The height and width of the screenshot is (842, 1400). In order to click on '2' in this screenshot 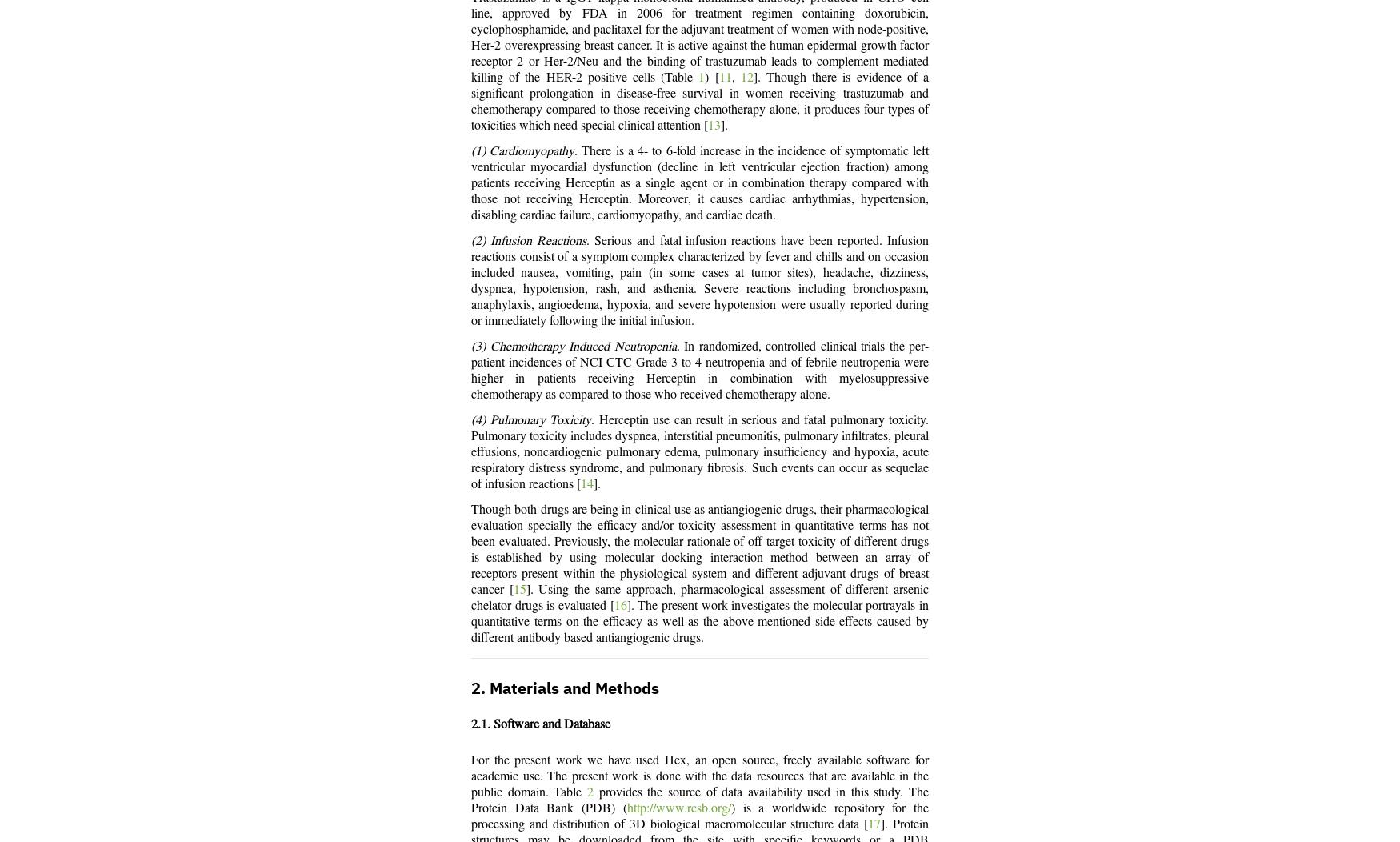, I will do `click(589, 792)`.